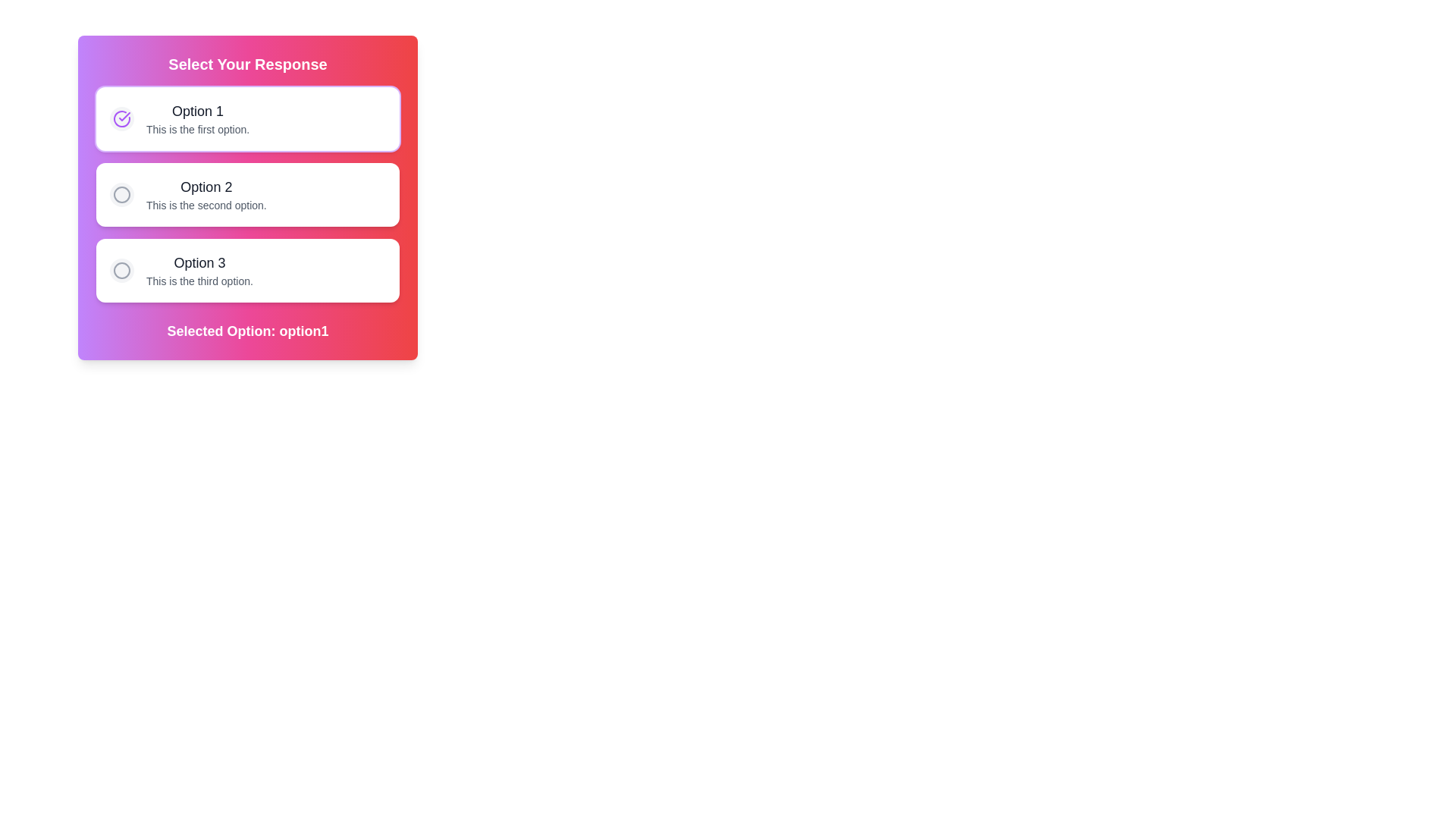  What do you see at coordinates (206, 205) in the screenshot?
I see `the text label that provides additional information related to the 'Option 2' radio button, which is positioned directly below its label text` at bounding box center [206, 205].